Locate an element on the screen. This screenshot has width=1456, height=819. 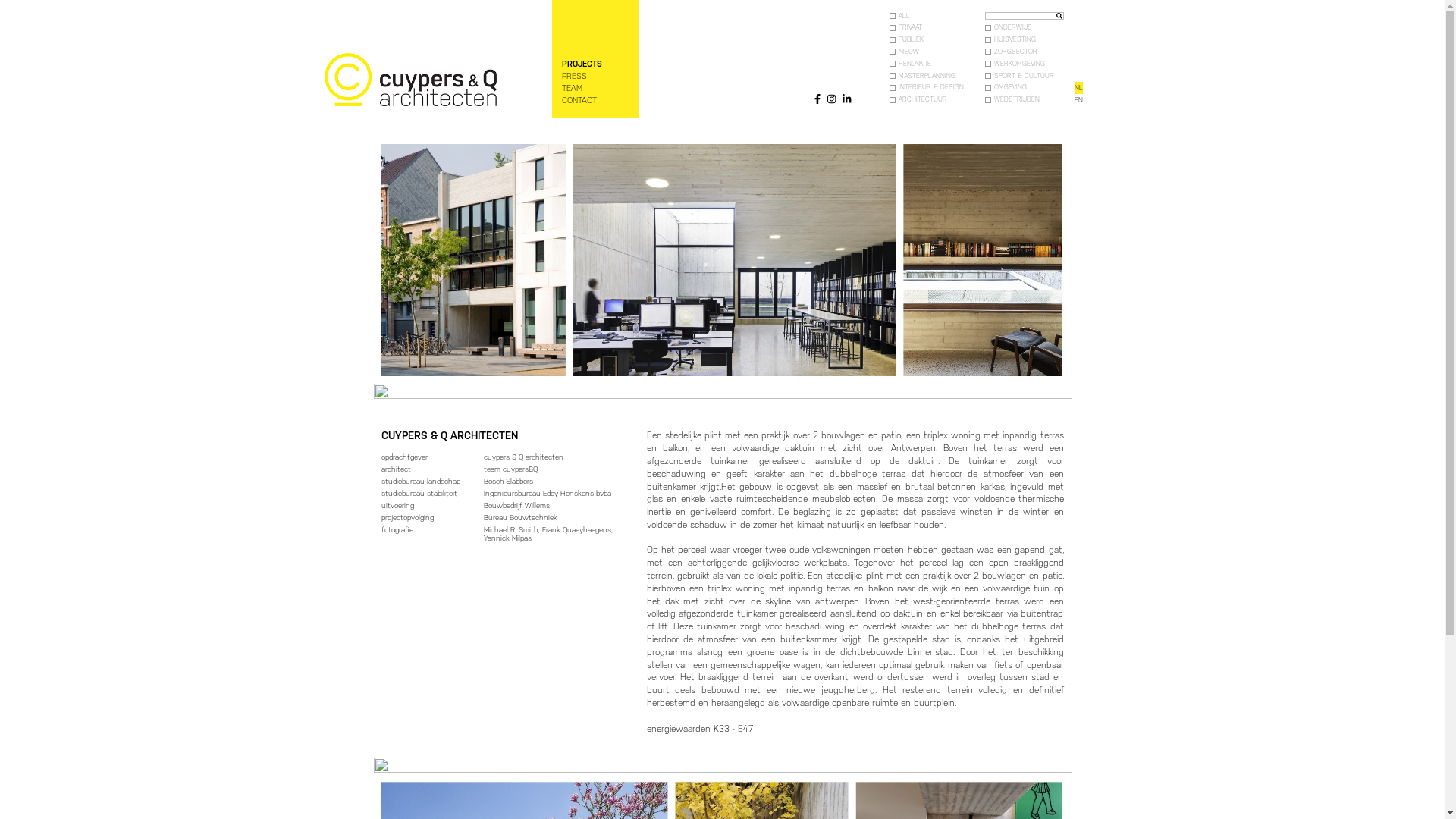
'PRESS' is located at coordinates (573, 76).